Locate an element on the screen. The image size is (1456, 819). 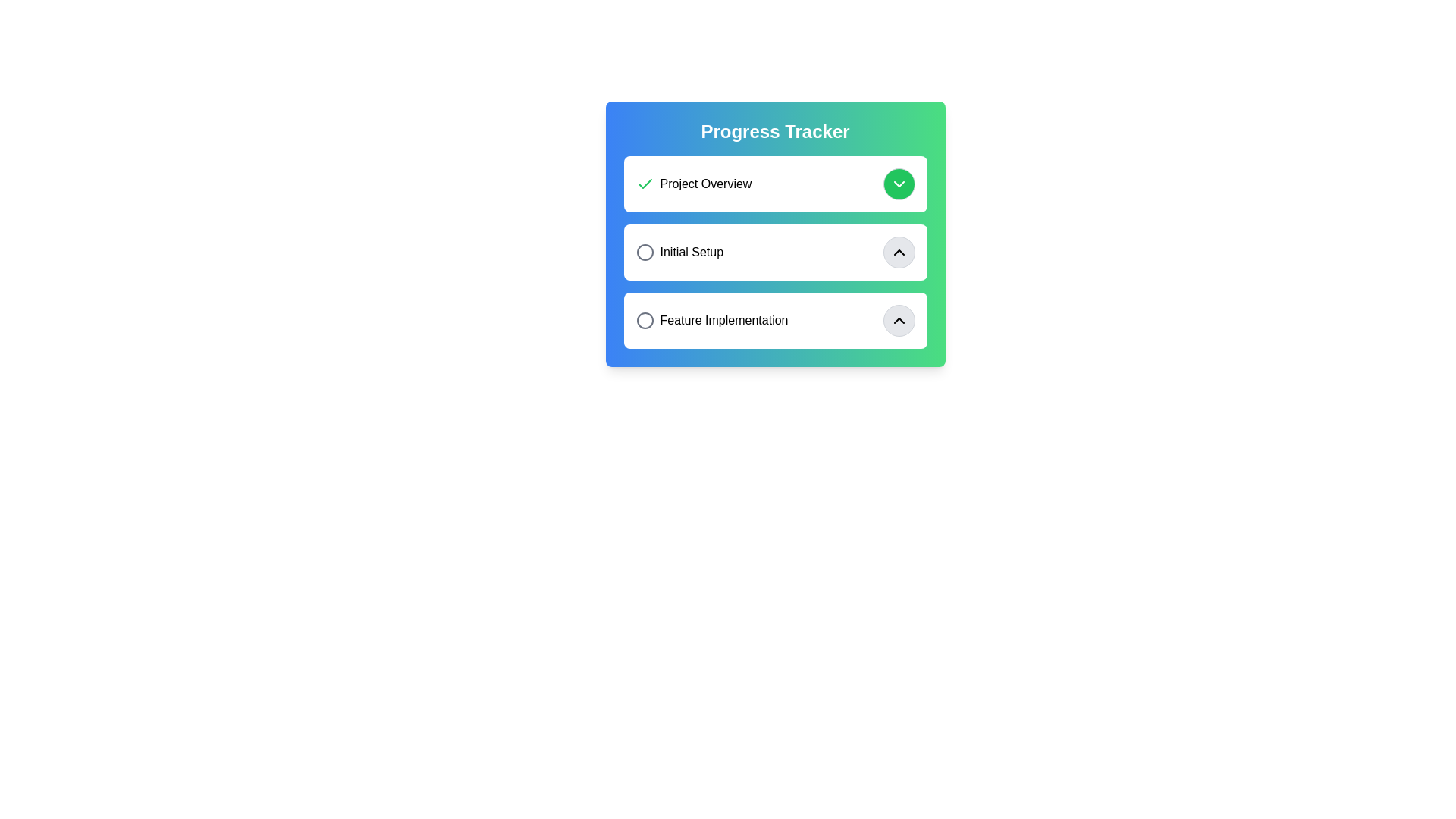
the status indicator icon located to the extreme left of the list item labeled 'Feature Implementation' is located at coordinates (645, 320).